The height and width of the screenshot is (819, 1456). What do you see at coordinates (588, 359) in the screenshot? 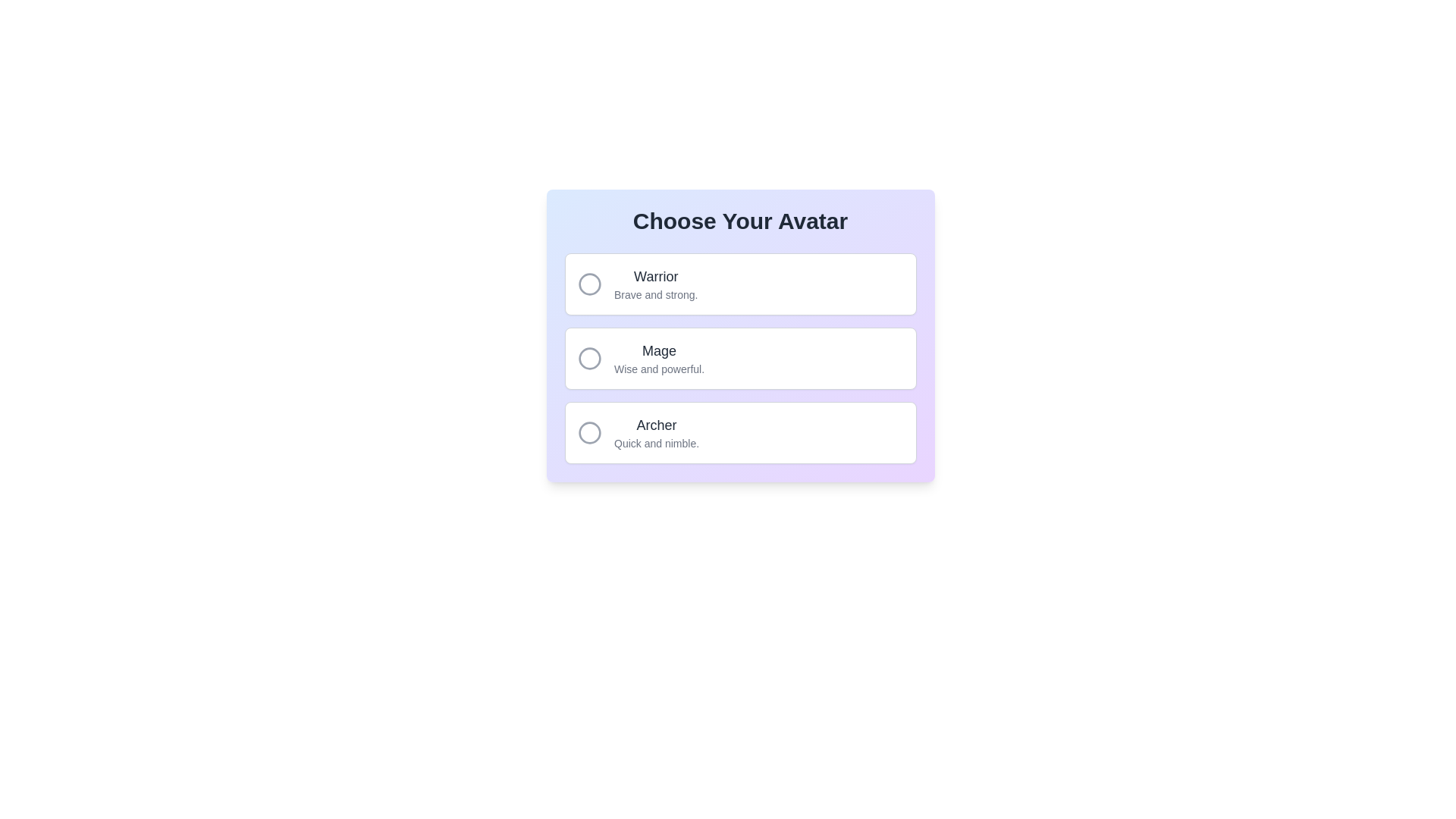
I see `the circular element representing the 'Mage' option in the vertically stacked selection list within the SVG graphic` at bounding box center [588, 359].